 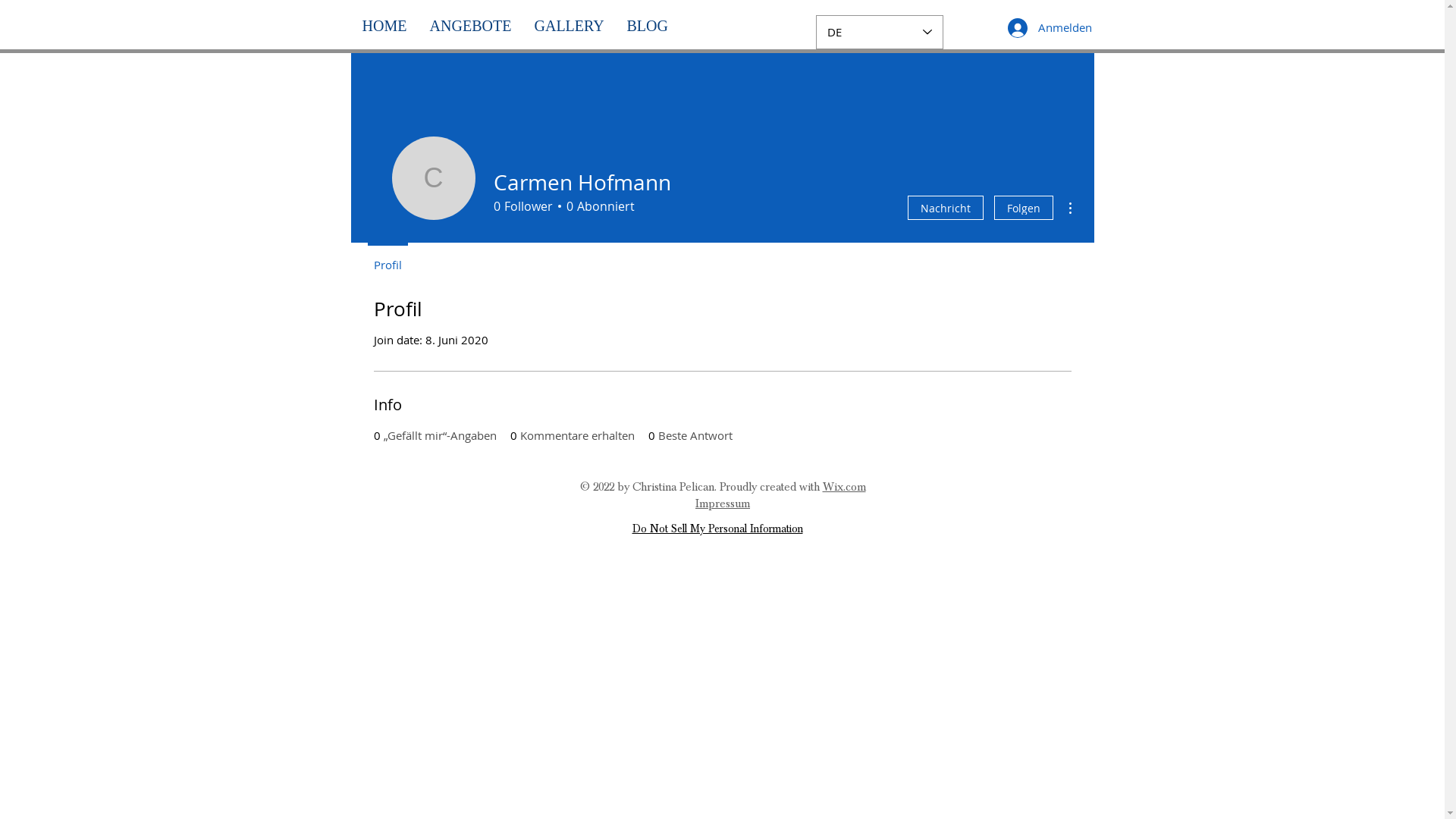 What do you see at coordinates (843, 486) in the screenshot?
I see `'Wix.com'` at bounding box center [843, 486].